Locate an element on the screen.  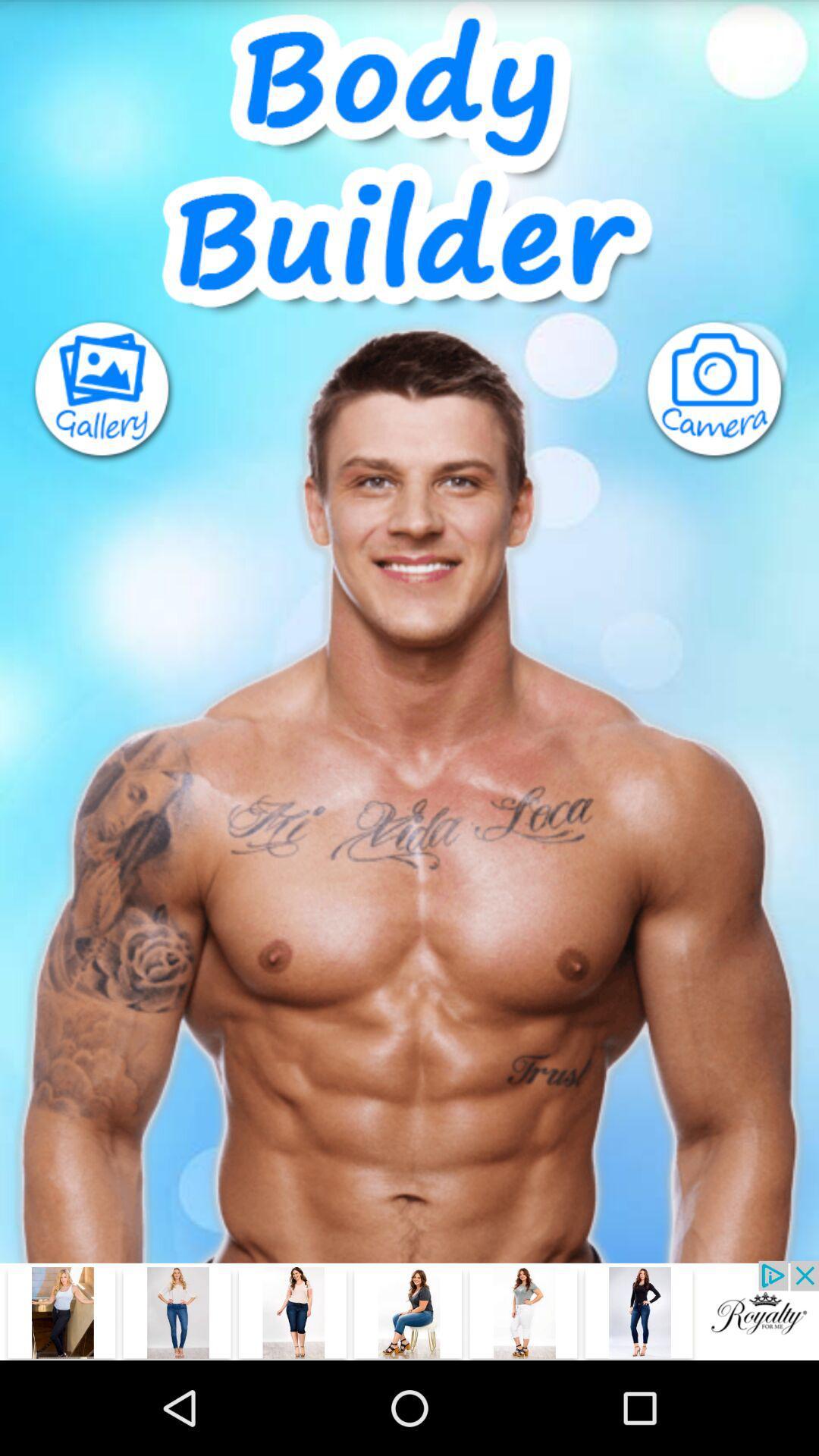
take a photo is located at coordinates (730, 391).